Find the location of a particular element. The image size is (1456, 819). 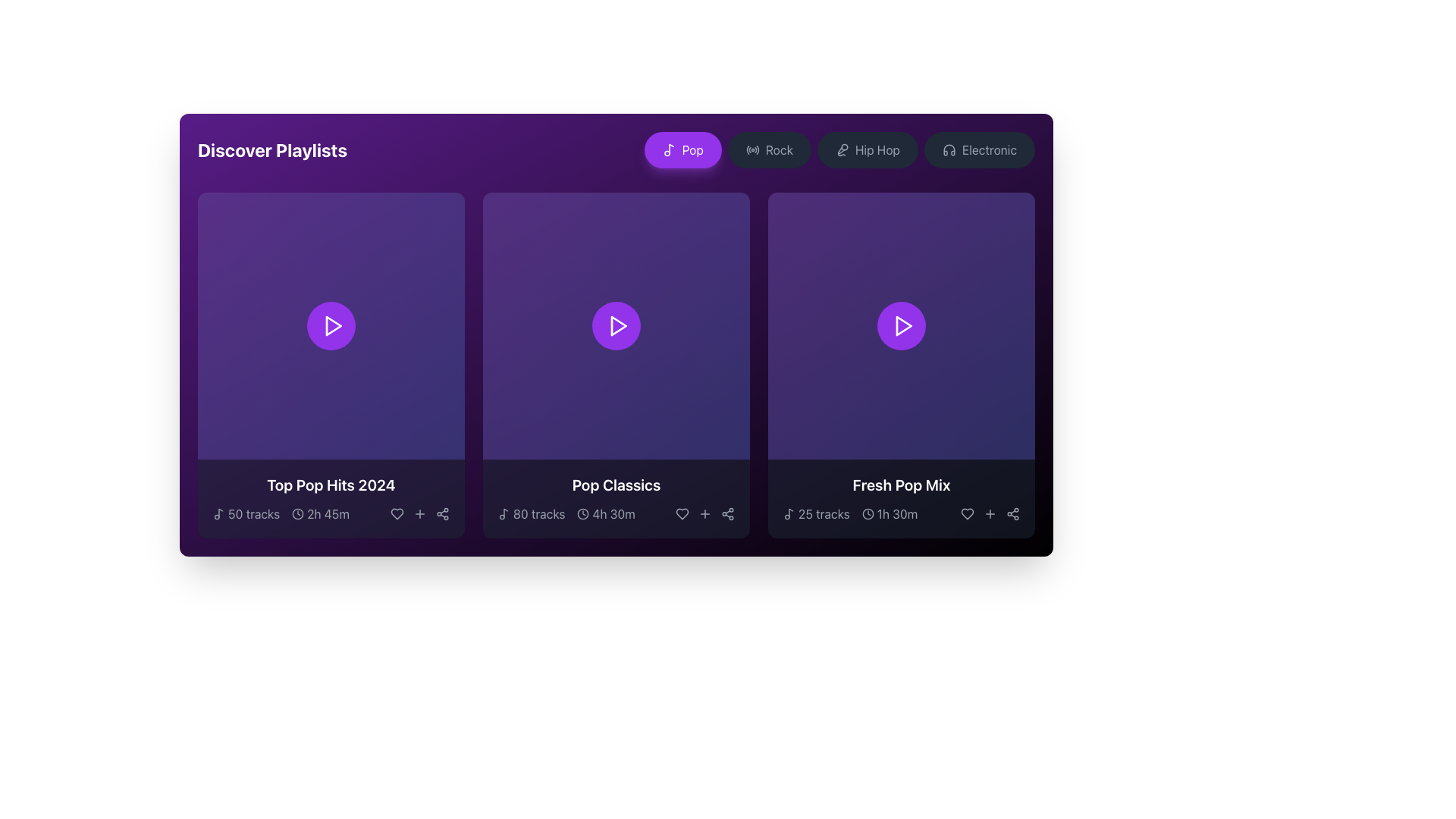

the duration icon of the 'Fresh Pop Mix' playlist, which is located in the third panel of the playlist cards, specifically in the duration information section is located at coordinates (890, 513).